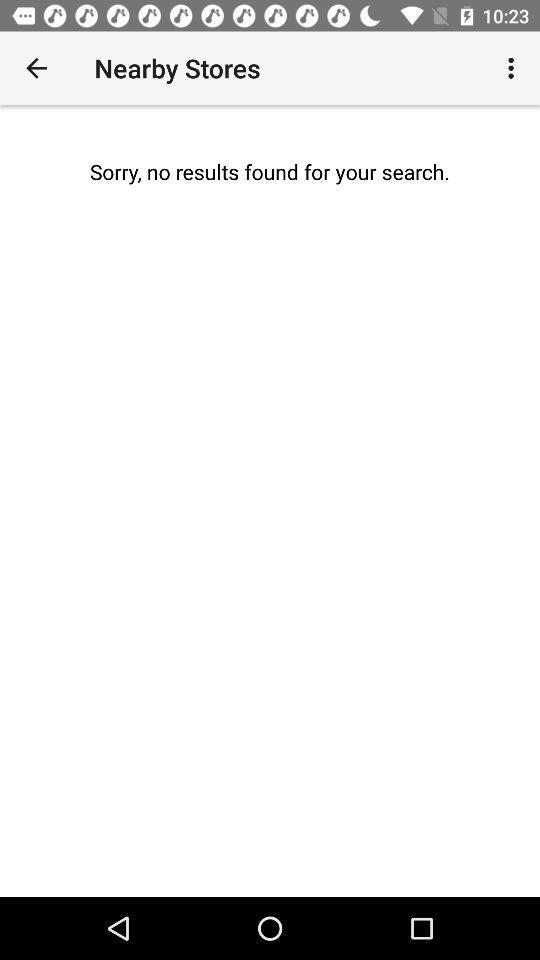 The height and width of the screenshot is (960, 540). What do you see at coordinates (513, 68) in the screenshot?
I see `the icon to the right of the nearby stores icon` at bounding box center [513, 68].